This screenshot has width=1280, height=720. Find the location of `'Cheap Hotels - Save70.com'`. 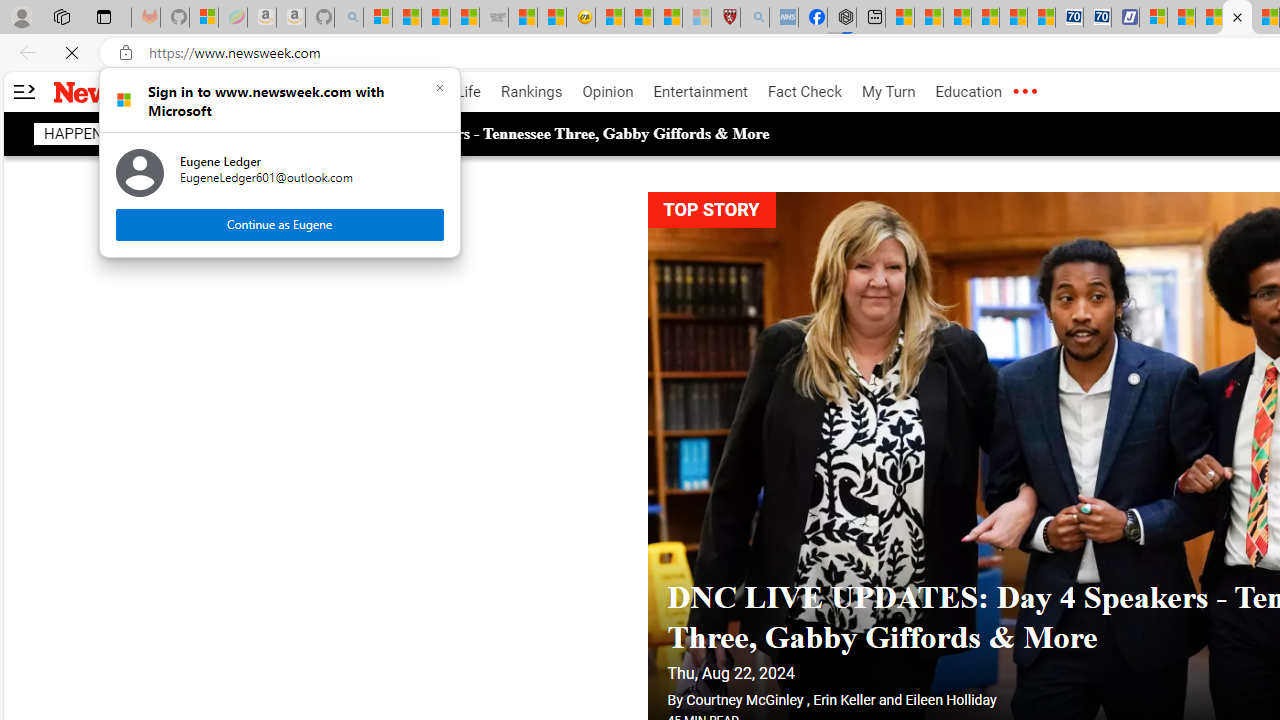

'Cheap Hotels - Save70.com' is located at coordinates (1096, 17).